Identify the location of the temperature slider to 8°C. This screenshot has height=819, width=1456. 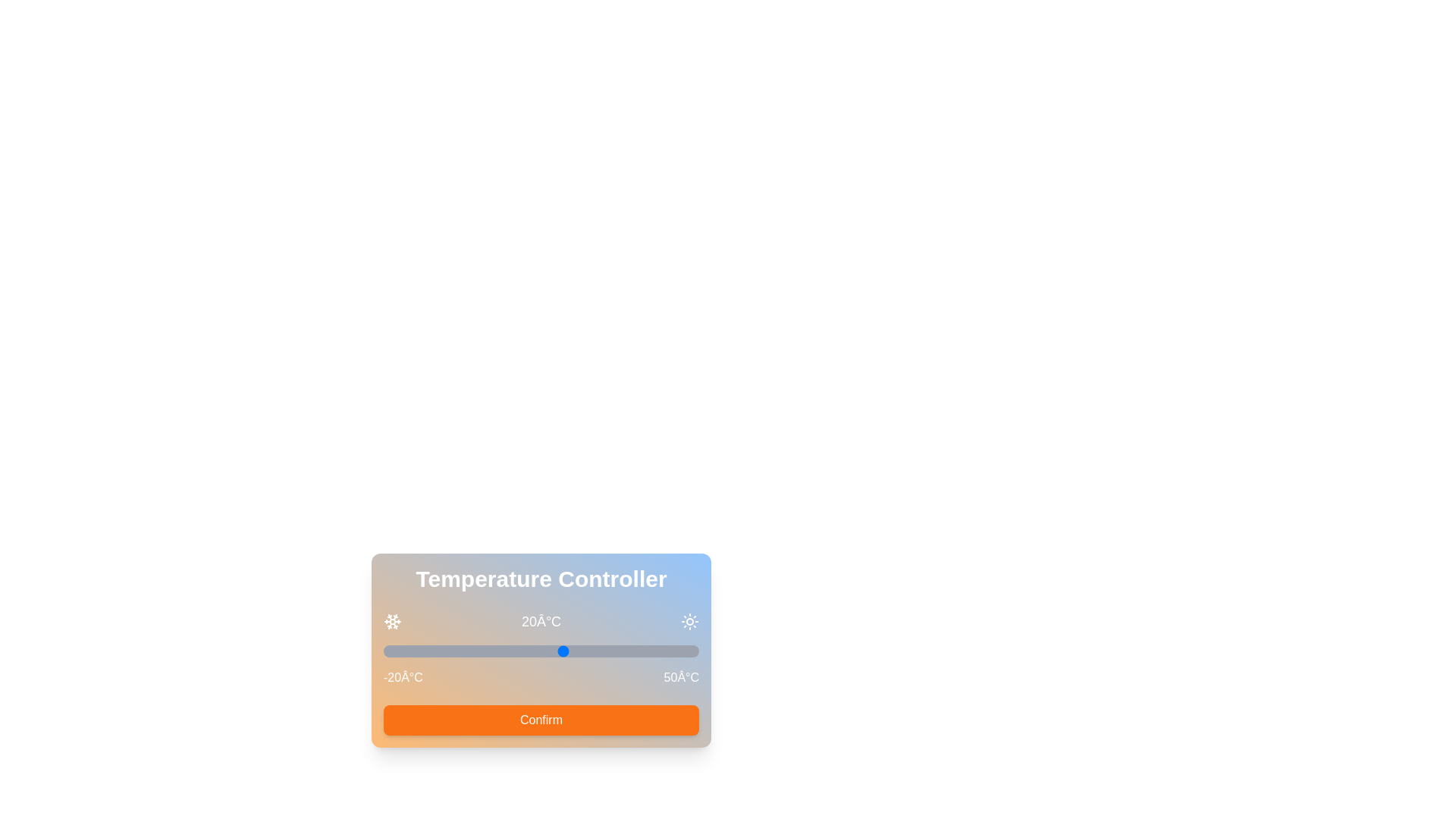
(510, 651).